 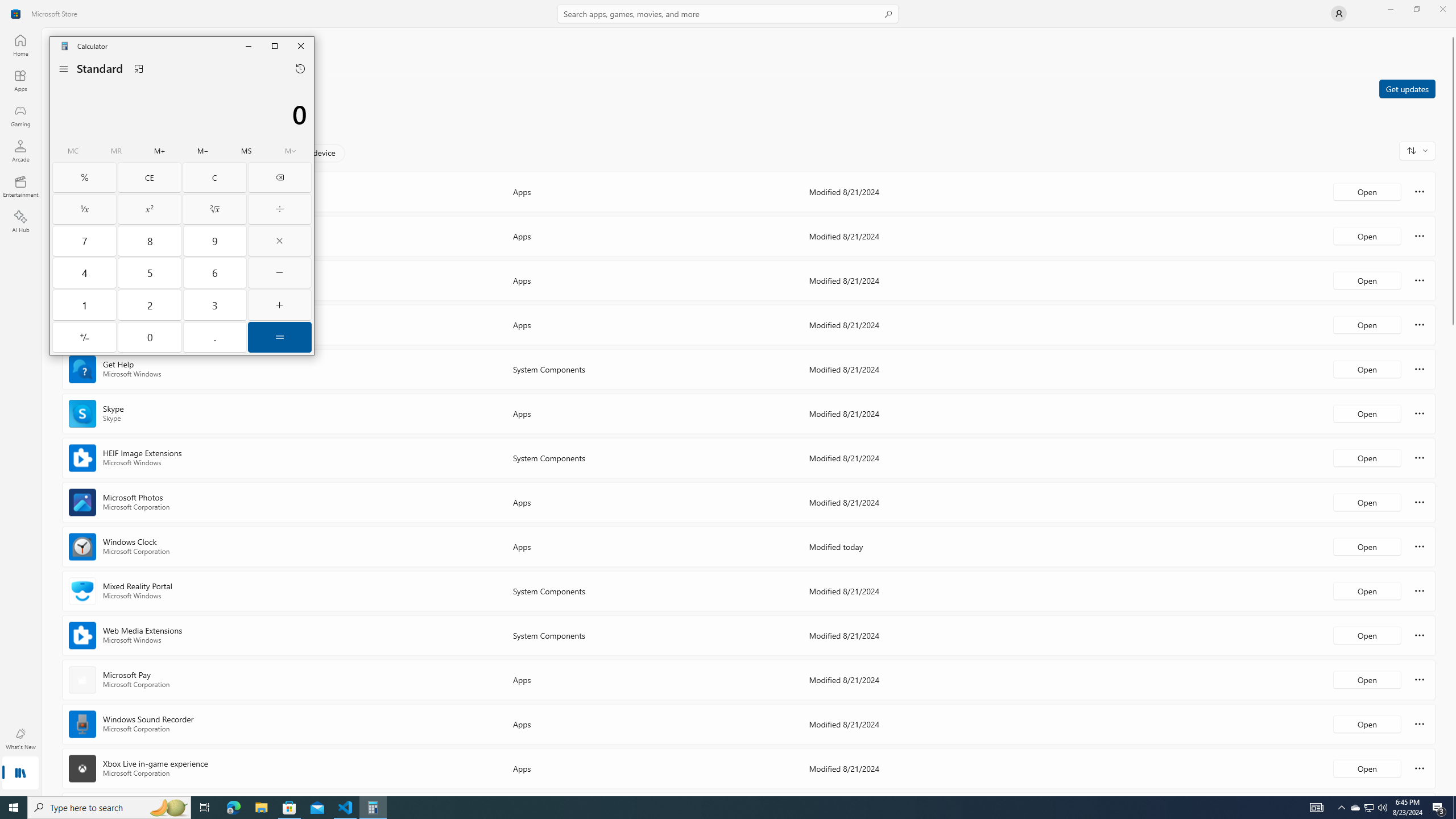 What do you see at coordinates (19, 115) in the screenshot?
I see `'Gaming'` at bounding box center [19, 115].